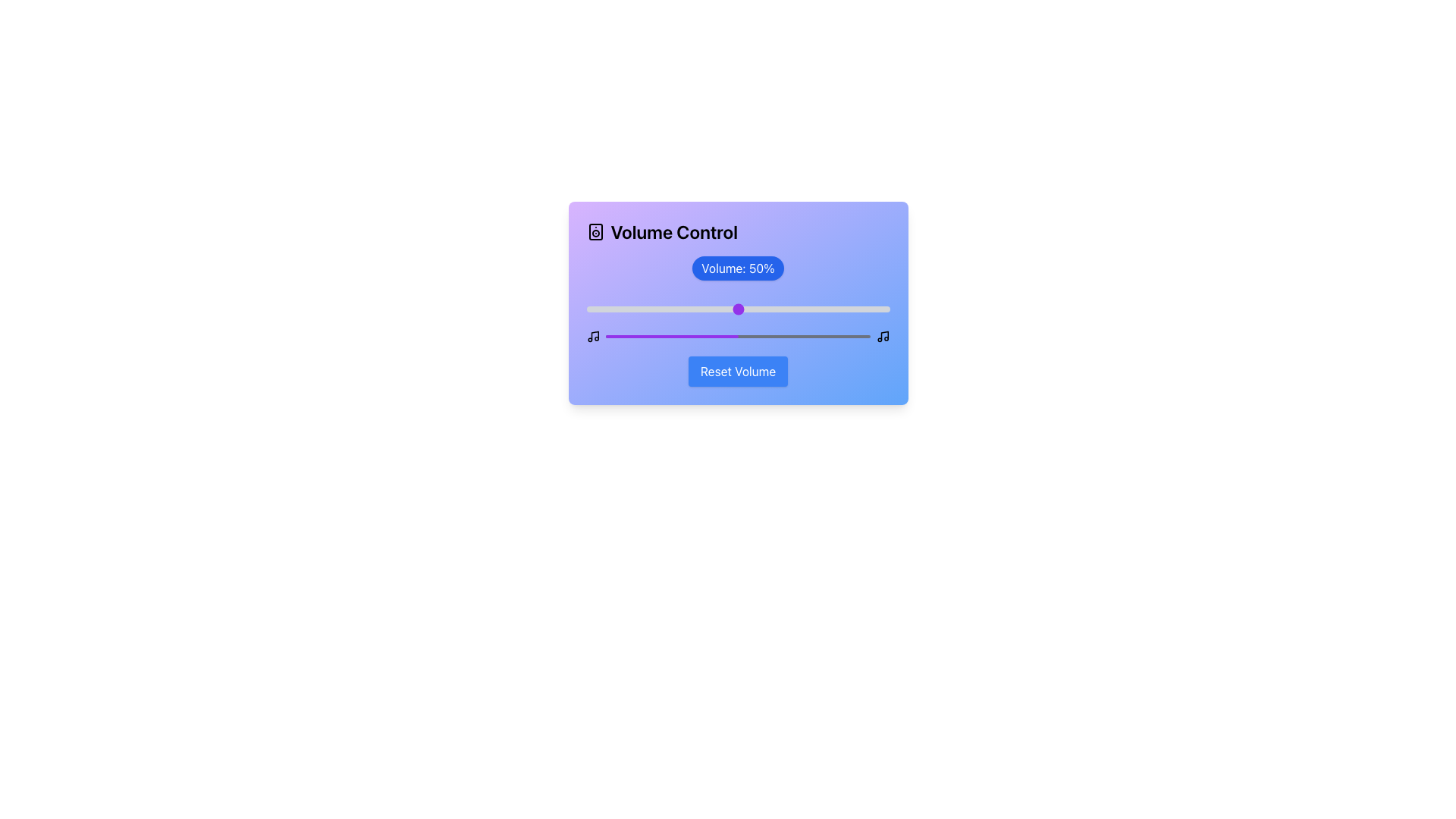  What do you see at coordinates (871, 309) in the screenshot?
I see `the volume slider` at bounding box center [871, 309].